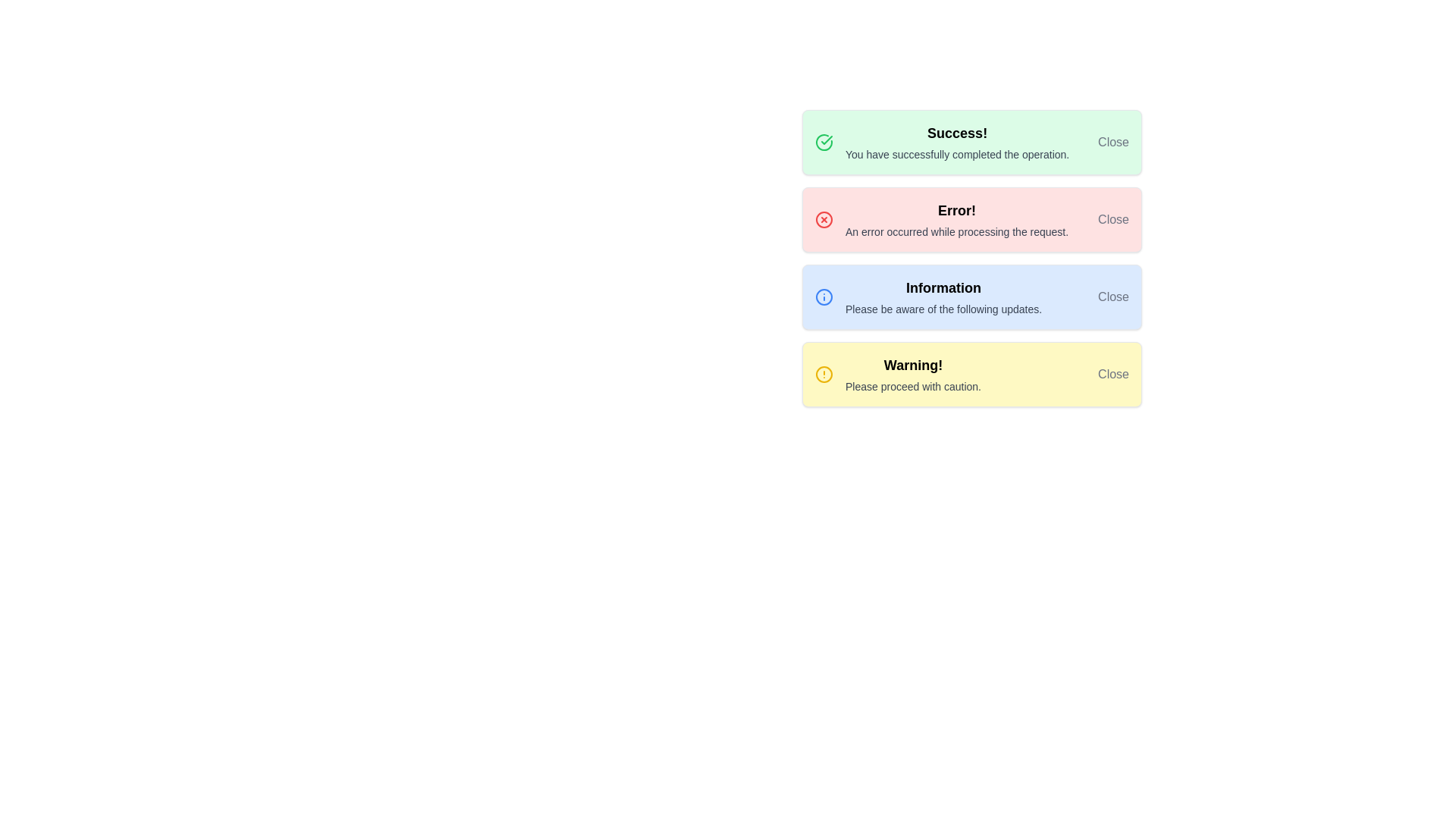  I want to click on error message displayed in the text block beneath the 'Error!' title in the red error message box, so click(956, 231).